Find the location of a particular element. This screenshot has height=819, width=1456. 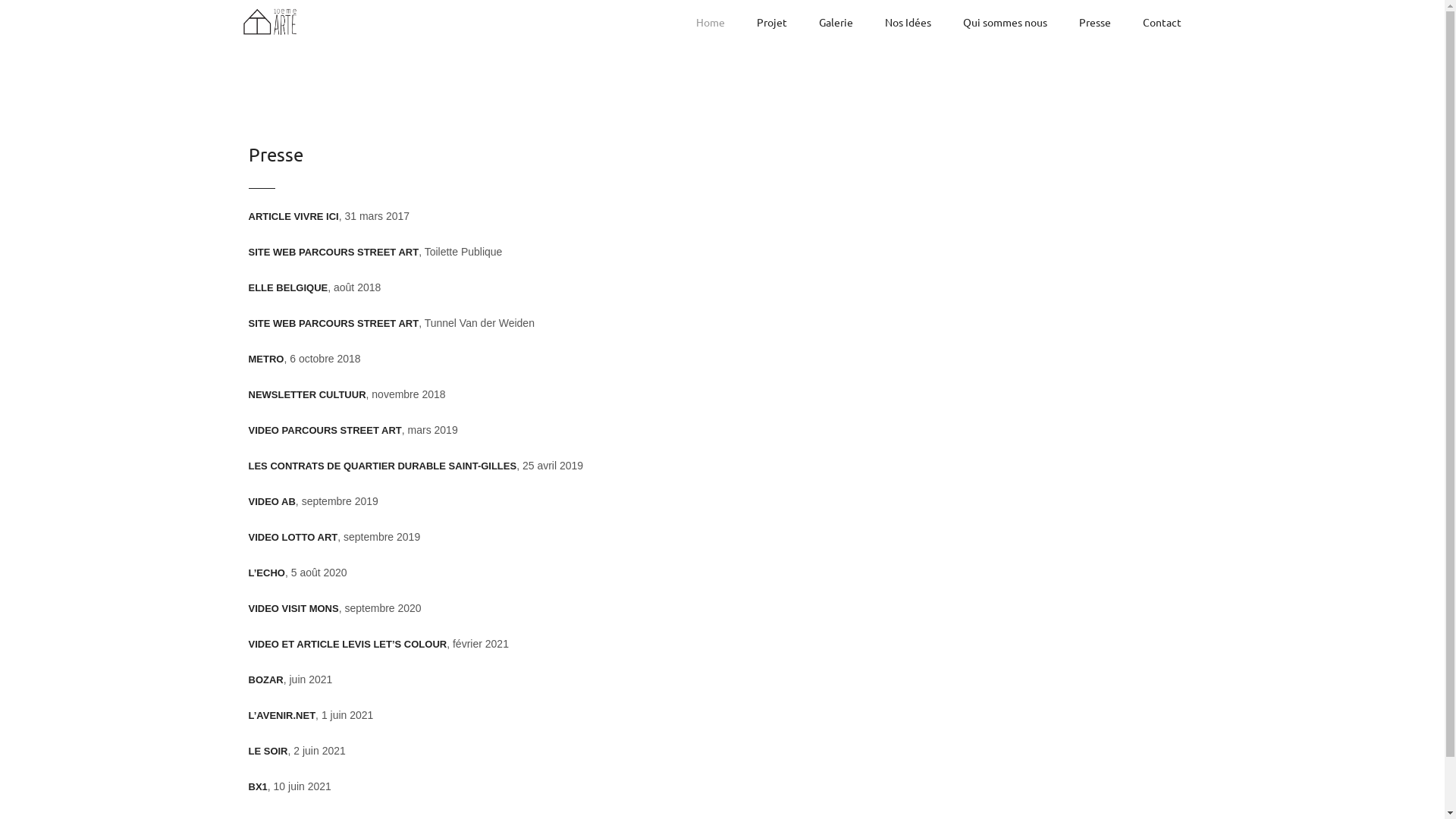

'ELLE BELGIQUE' is located at coordinates (248, 287).